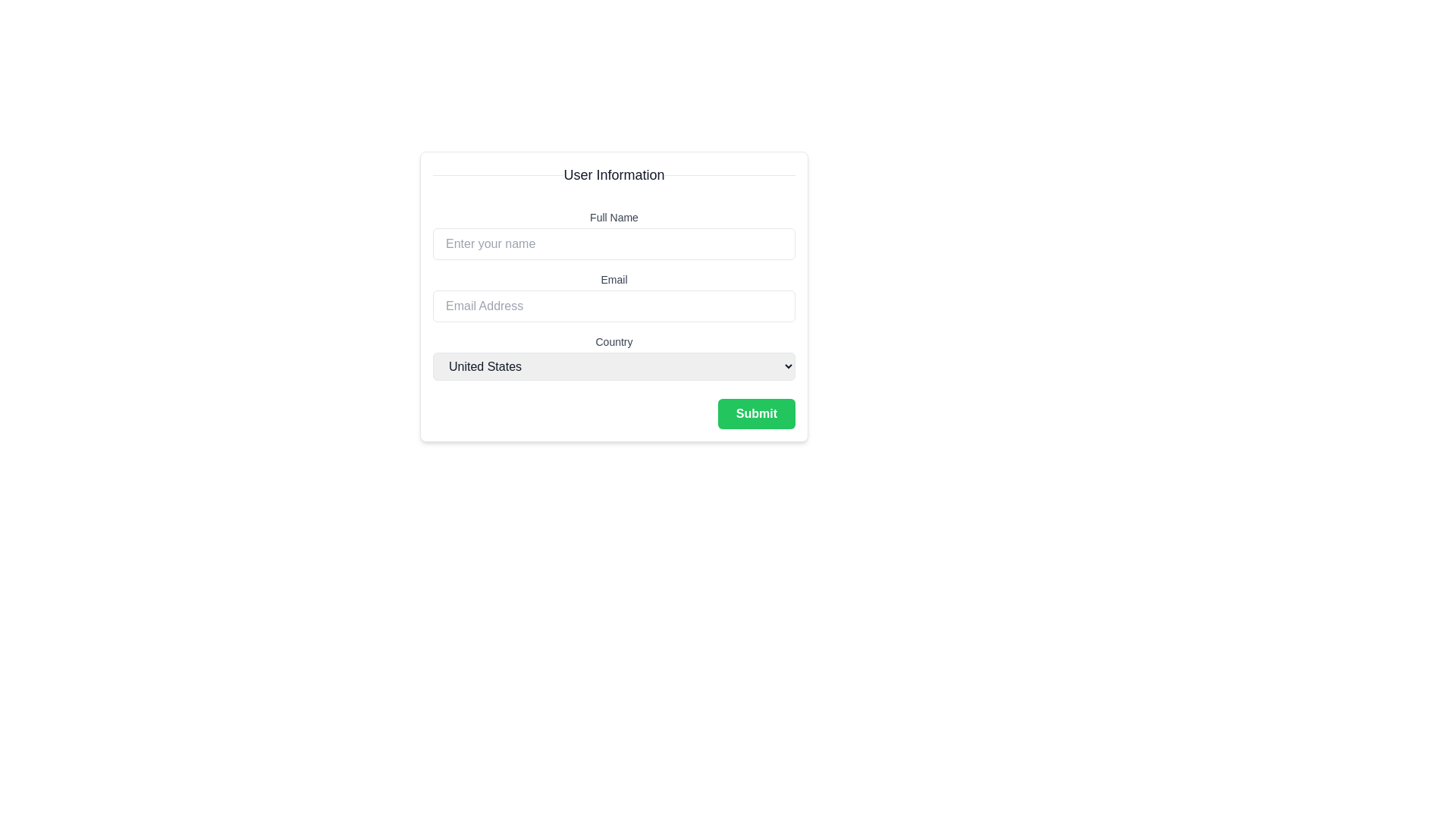  Describe the element at coordinates (614, 217) in the screenshot. I see `the Text Label that indicates the purpose of the adjacent text input field for entering the user's full name, located at the top-left portion of the form layout` at that location.